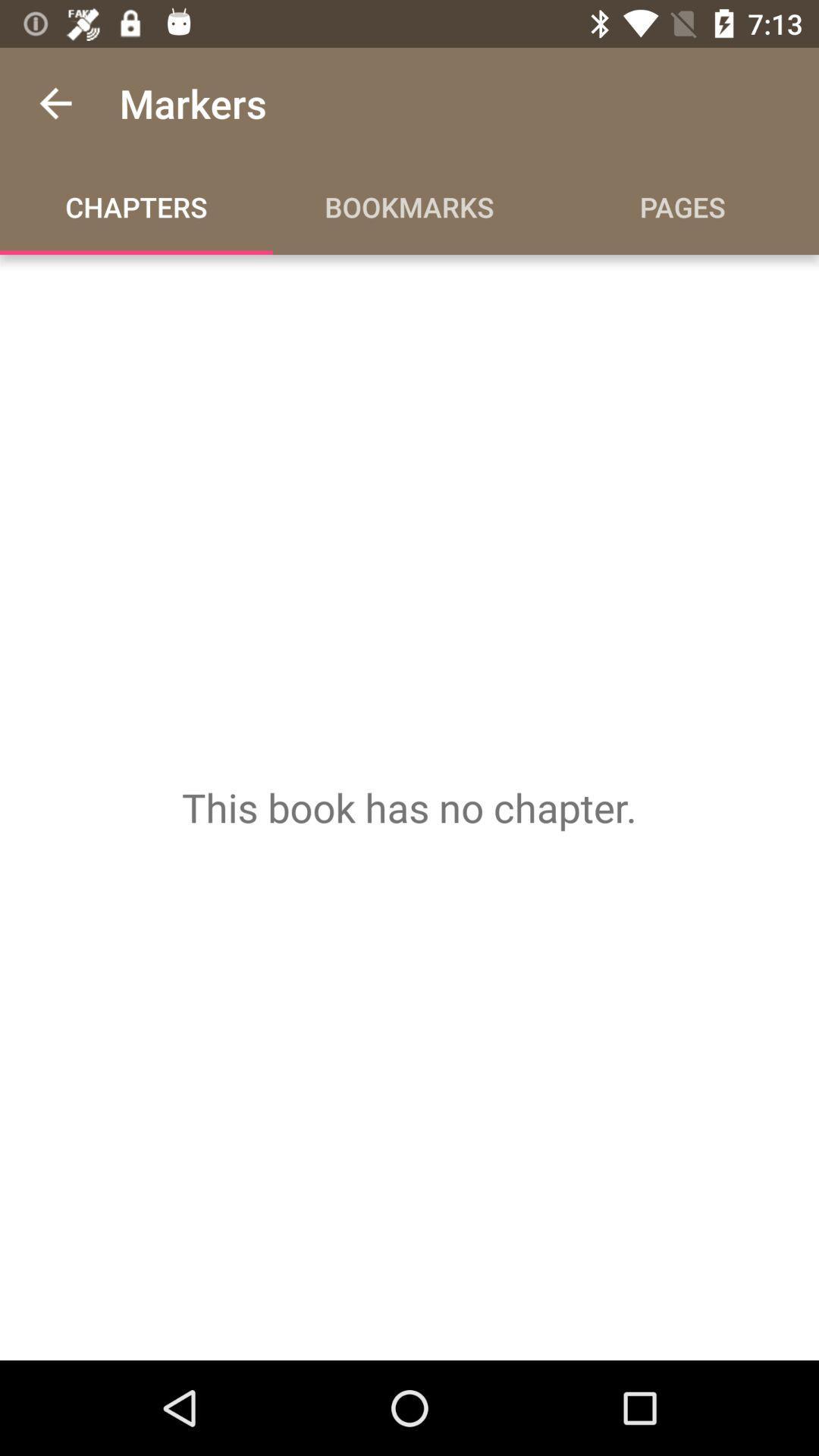 This screenshot has height=1456, width=819. I want to click on the icon next to the markers, so click(55, 102).